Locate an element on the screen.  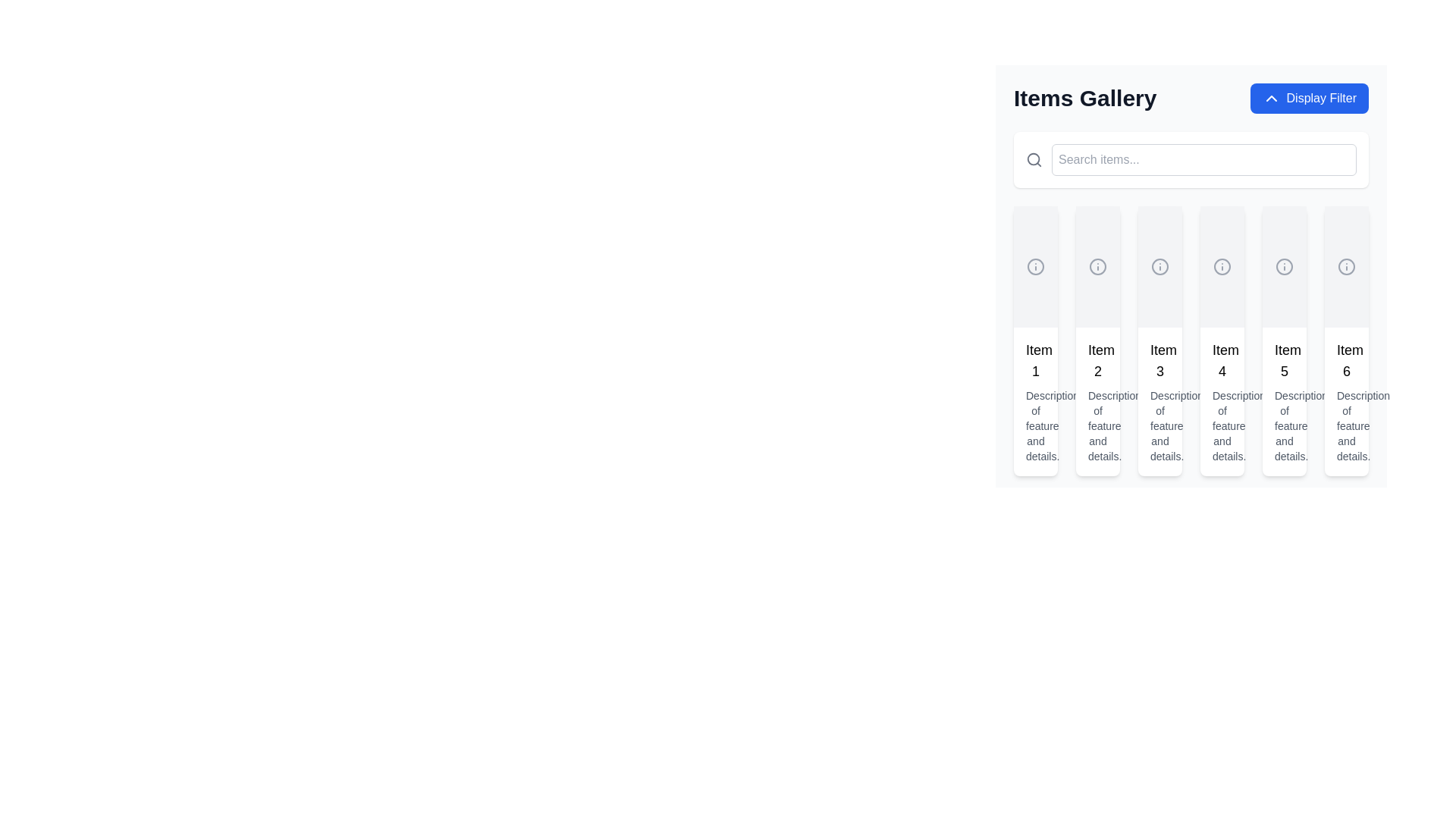
the Card component labeled 'Item 6' with a gray circular icon at the top is located at coordinates (1347, 341).